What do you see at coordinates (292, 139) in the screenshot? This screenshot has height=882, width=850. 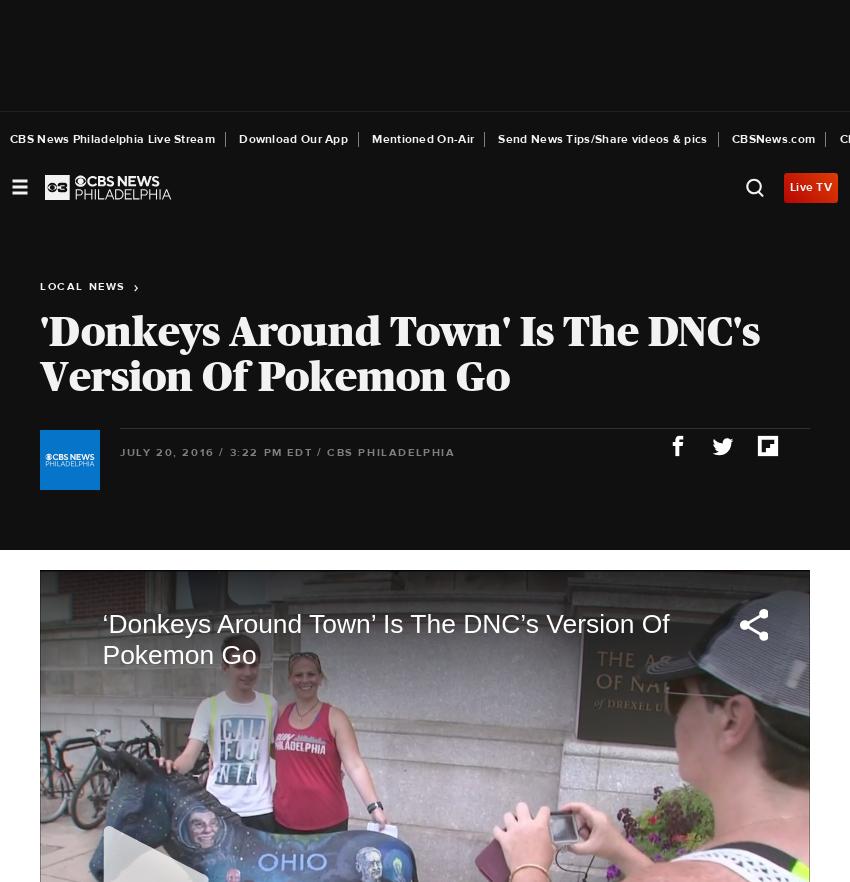 I see `'Download Our App'` at bounding box center [292, 139].